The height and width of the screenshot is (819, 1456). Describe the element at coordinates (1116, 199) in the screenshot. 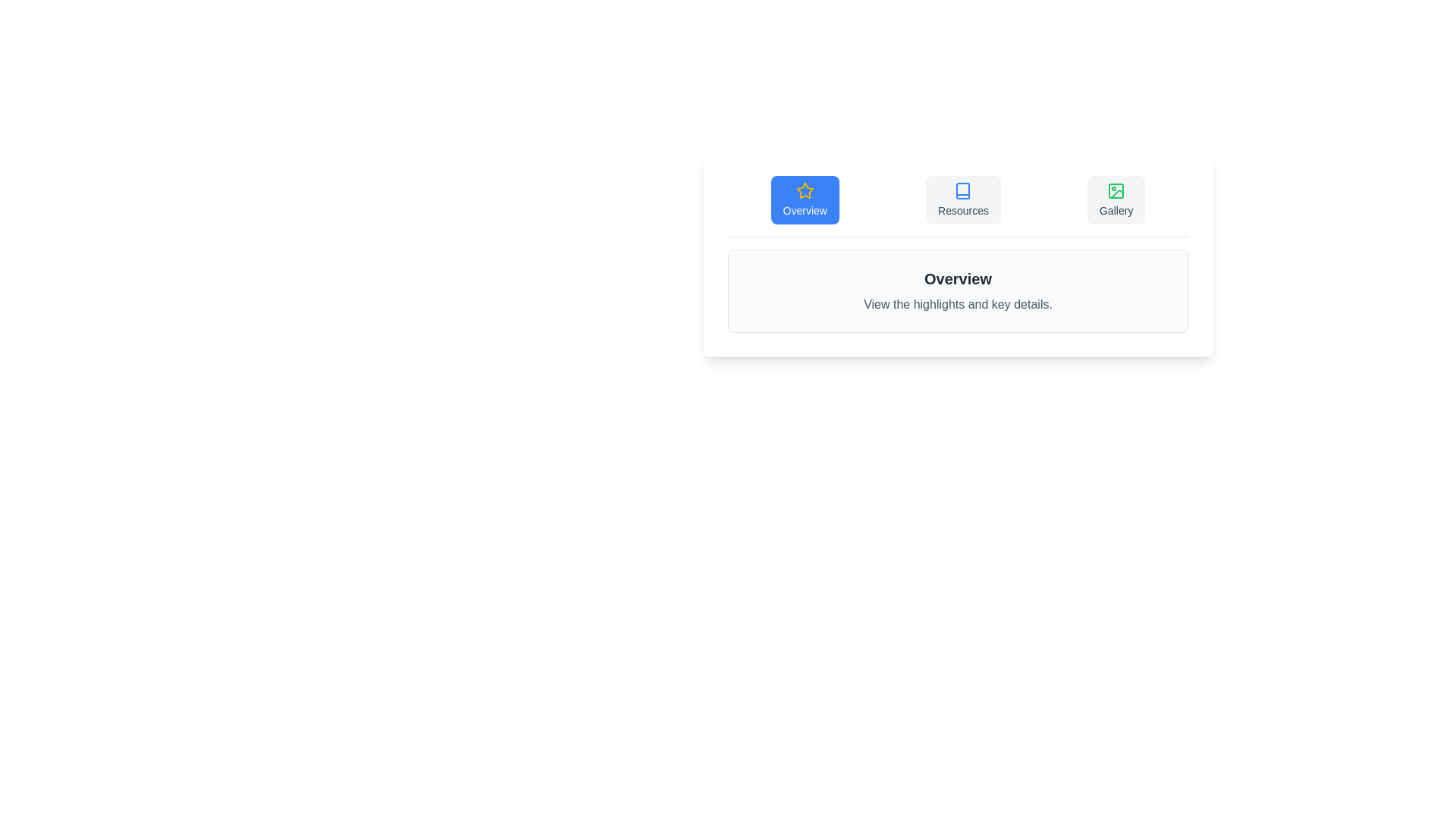

I see `the tab labeled Gallery to preview its hover effect` at that location.